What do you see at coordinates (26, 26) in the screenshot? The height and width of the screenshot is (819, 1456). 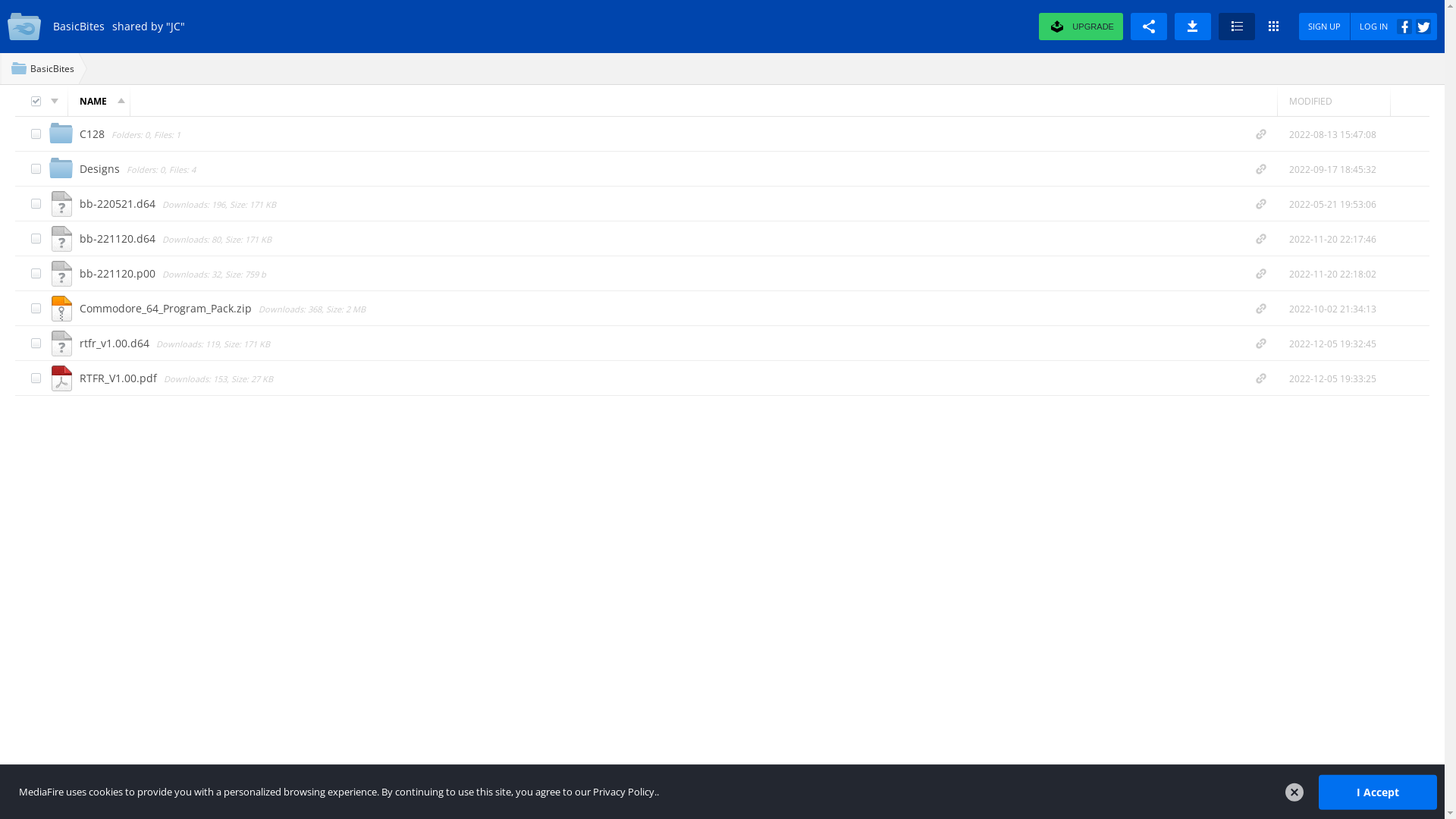 I see `'MediaFire'` at bounding box center [26, 26].